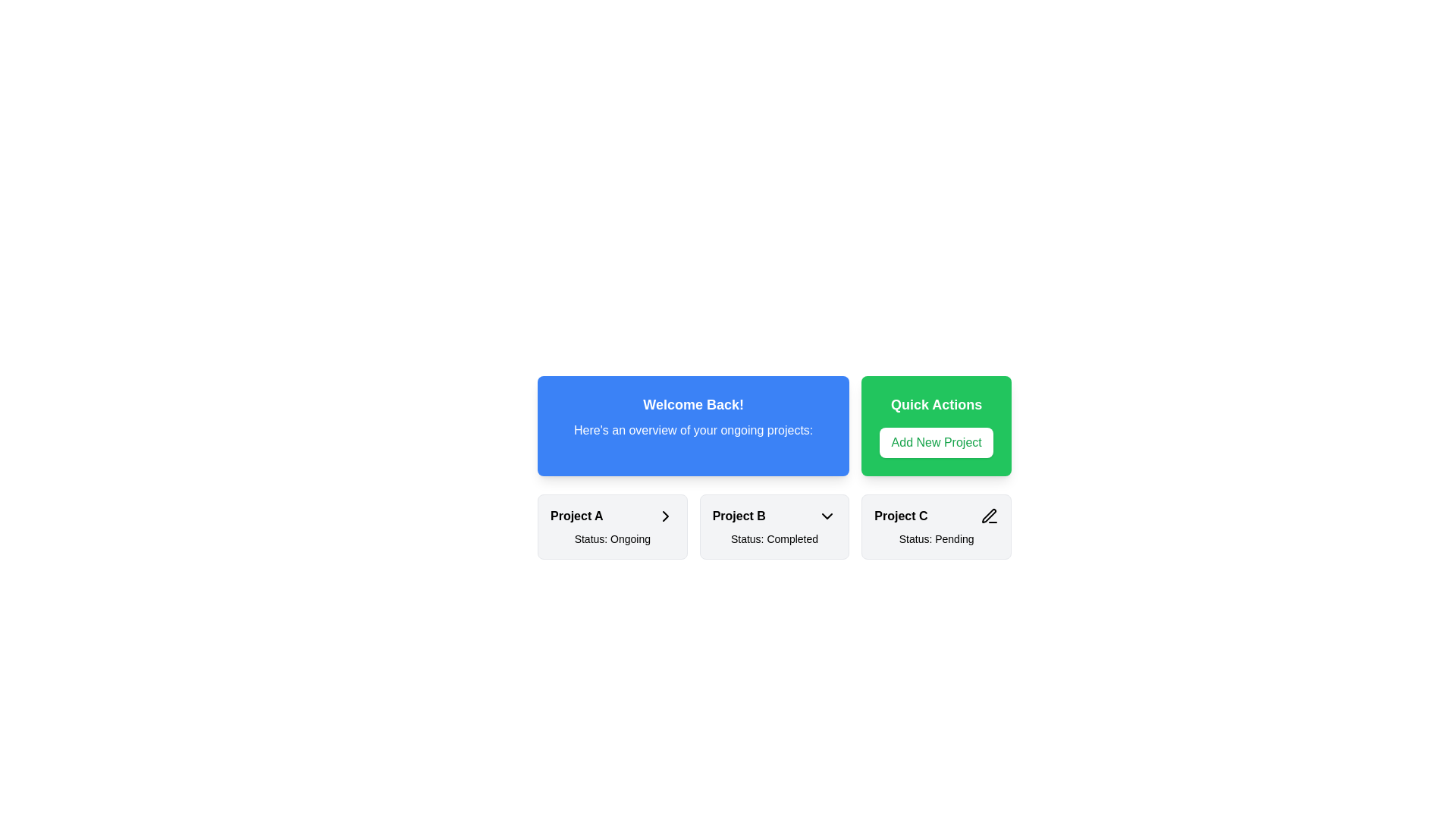  What do you see at coordinates (989, 515) in the screenshot?
I see `the graphical pen icon located in the 'Project C' card underneath the 'Status: Pending' text` at bounding box center [989, 515].